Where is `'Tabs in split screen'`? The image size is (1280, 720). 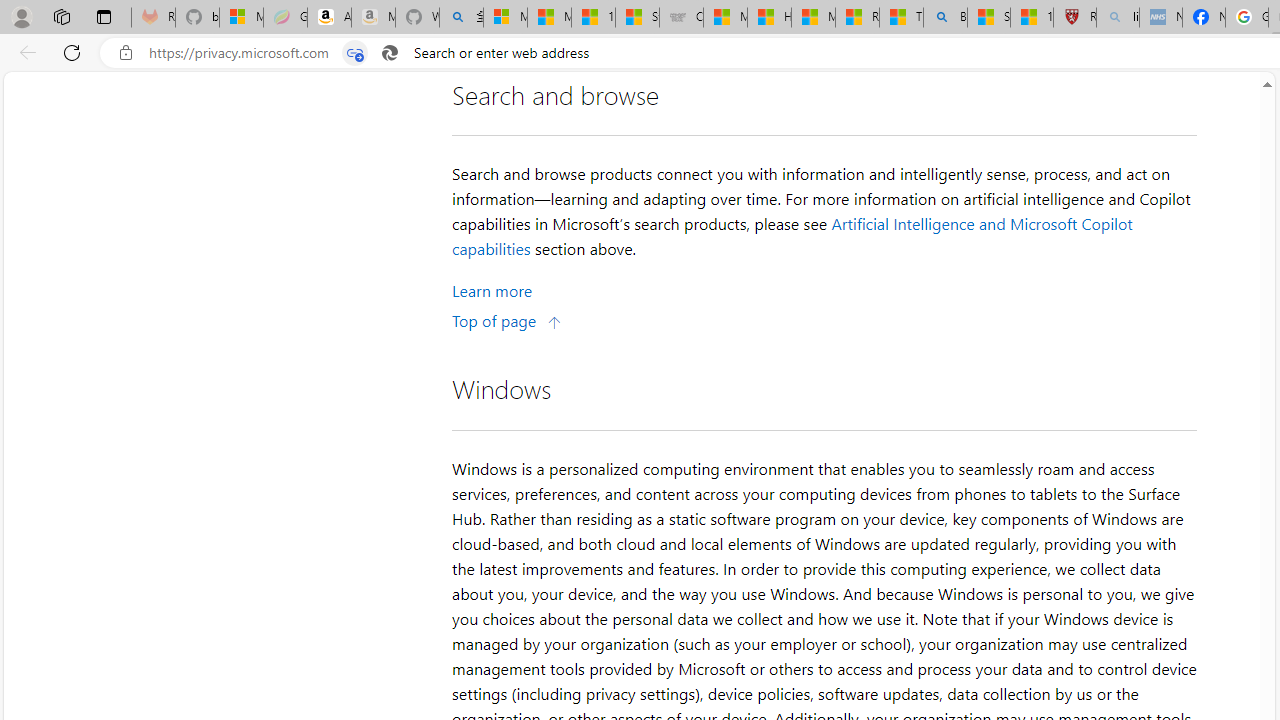 'Tabs in split screen' is located at coordinates (355, 52).